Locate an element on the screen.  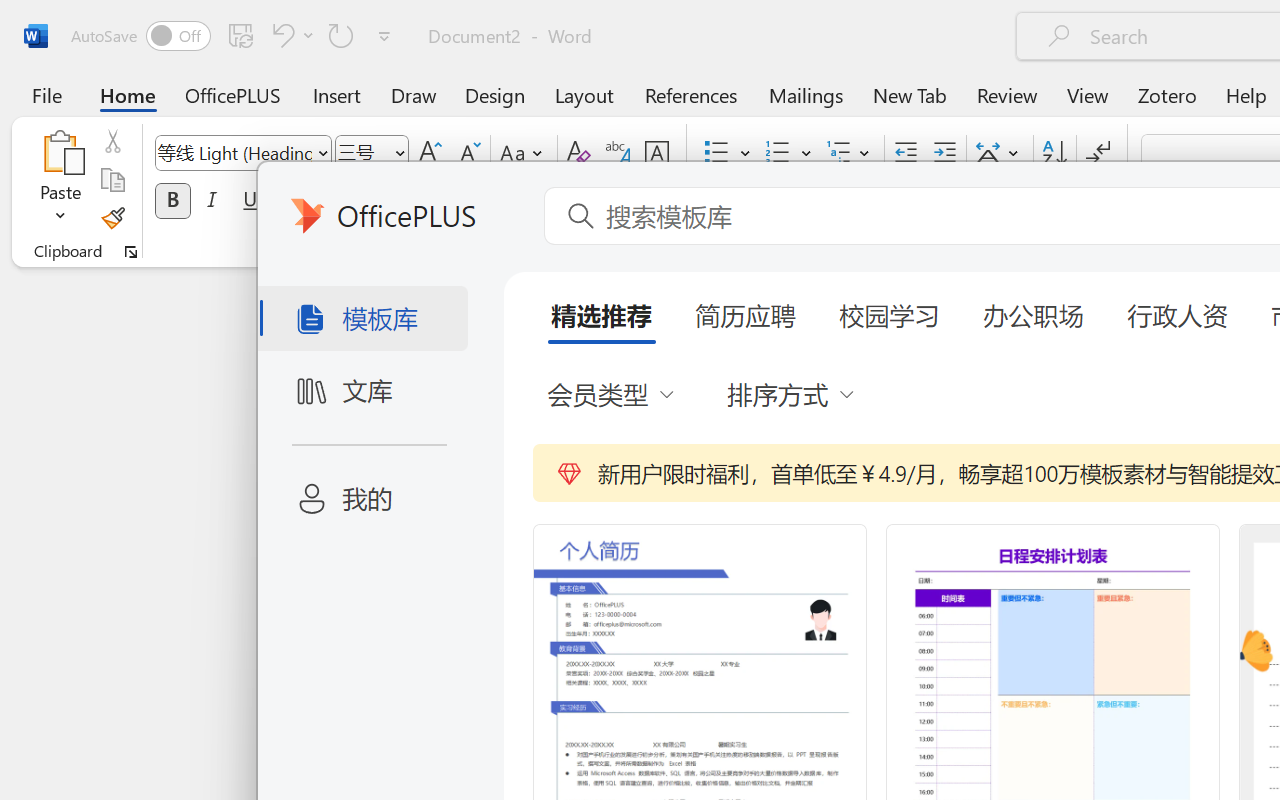
'Review' is located at coordinates (1007, 94).